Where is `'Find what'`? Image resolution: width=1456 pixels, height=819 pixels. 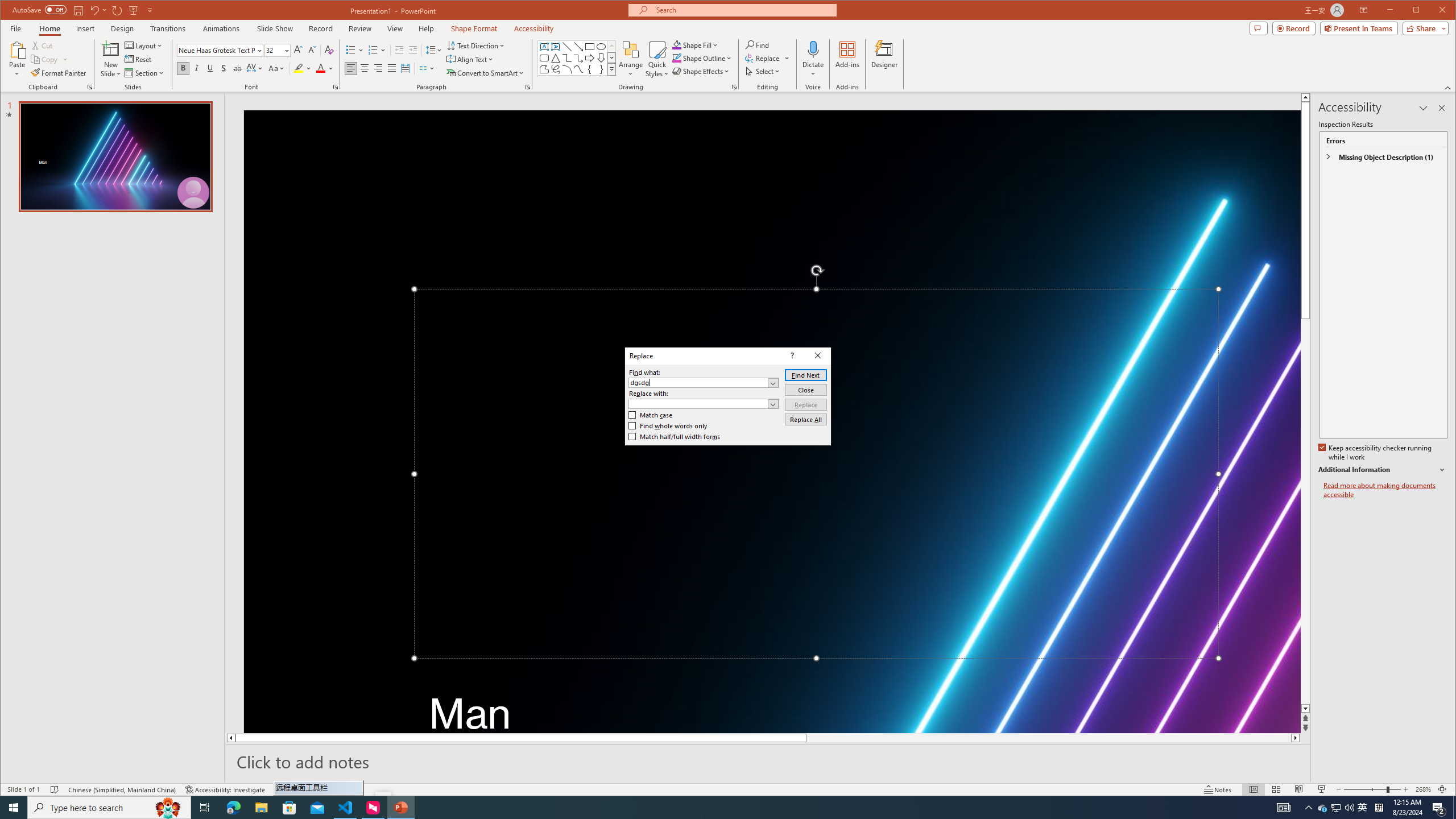 'Find what' is located at coordinates (703, 383).